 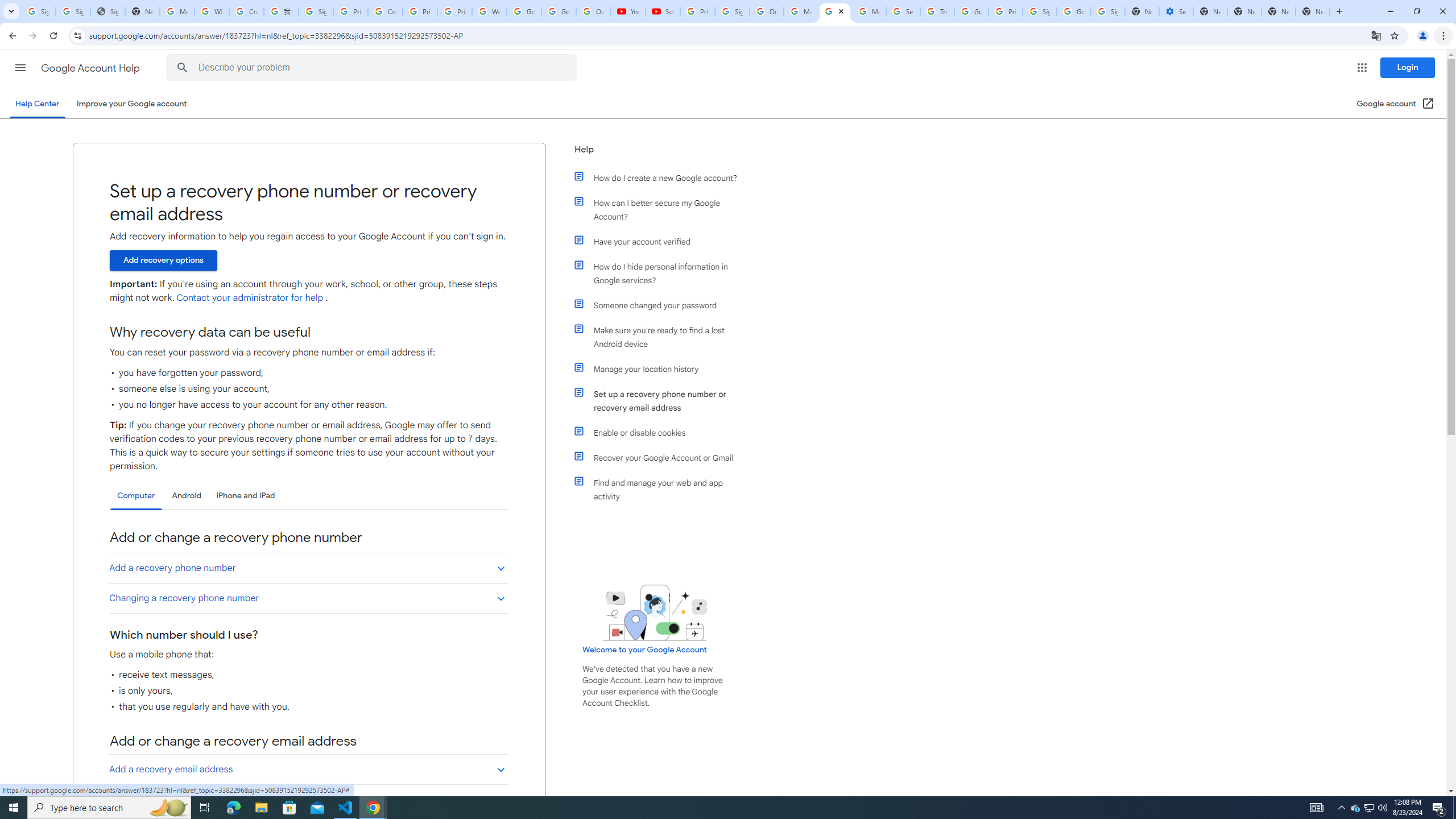 I want to click on 'Sign in - Google Accounts', so click(x=73, y=11).